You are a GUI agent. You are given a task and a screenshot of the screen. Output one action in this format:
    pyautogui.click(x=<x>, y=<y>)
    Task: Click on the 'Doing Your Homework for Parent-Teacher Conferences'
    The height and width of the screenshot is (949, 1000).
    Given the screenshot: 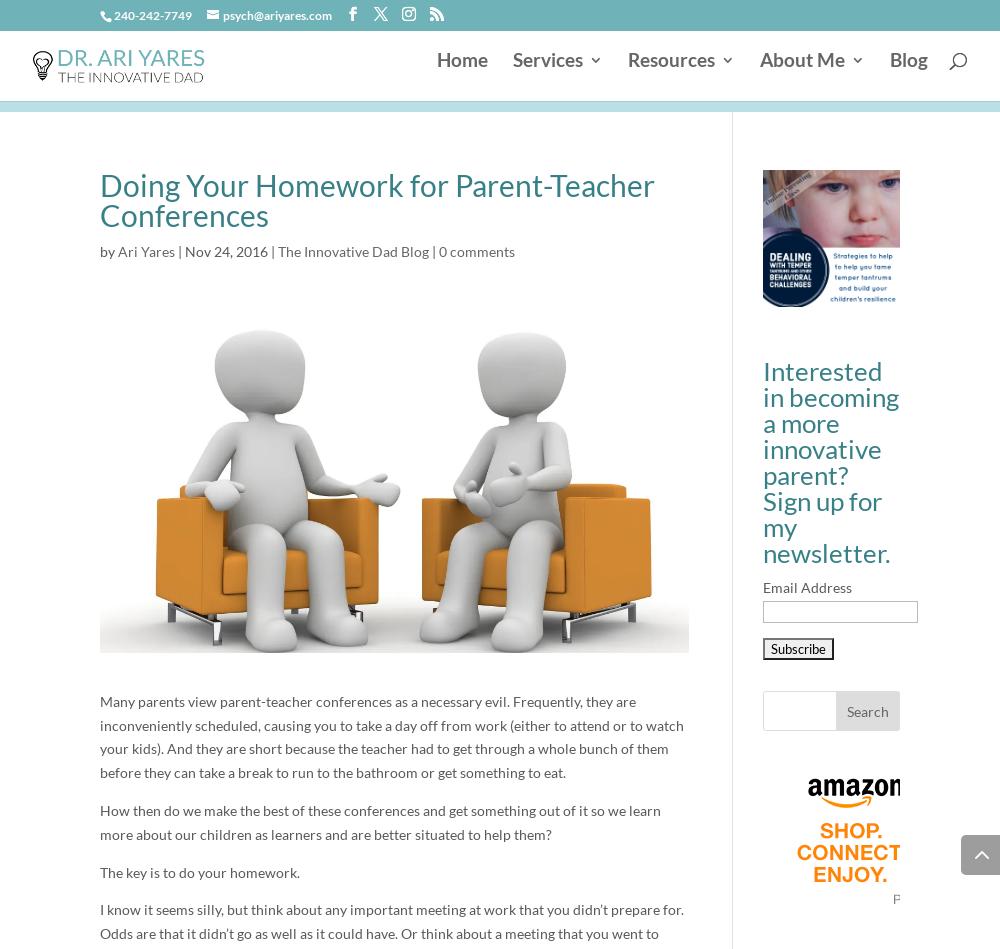 What is the action you would take?
    pyautogui.click(x=377, y=198)
    